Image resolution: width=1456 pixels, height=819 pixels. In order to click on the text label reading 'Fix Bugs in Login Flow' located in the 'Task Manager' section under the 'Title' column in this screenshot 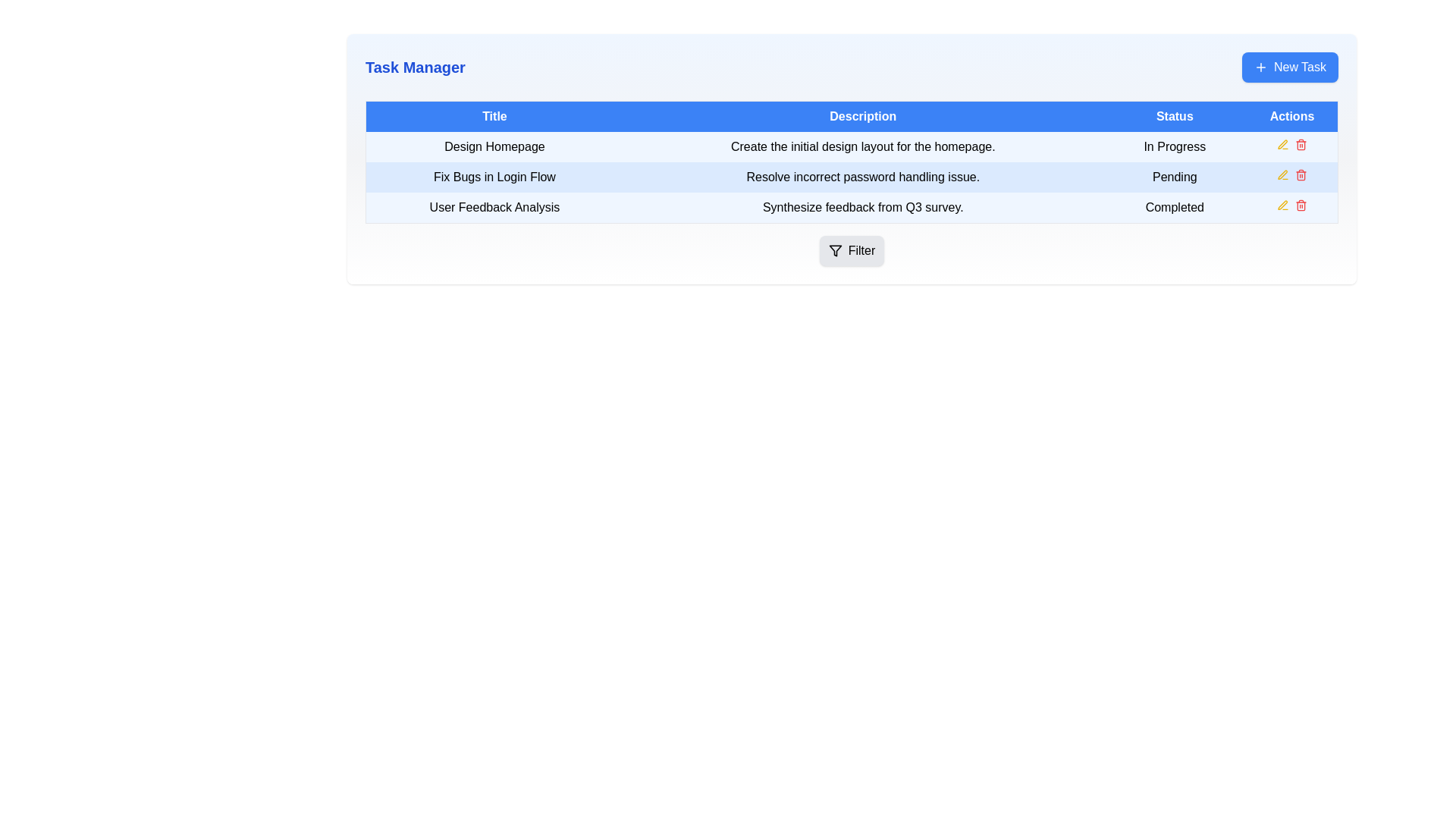, I will do `click(494, 177)`.